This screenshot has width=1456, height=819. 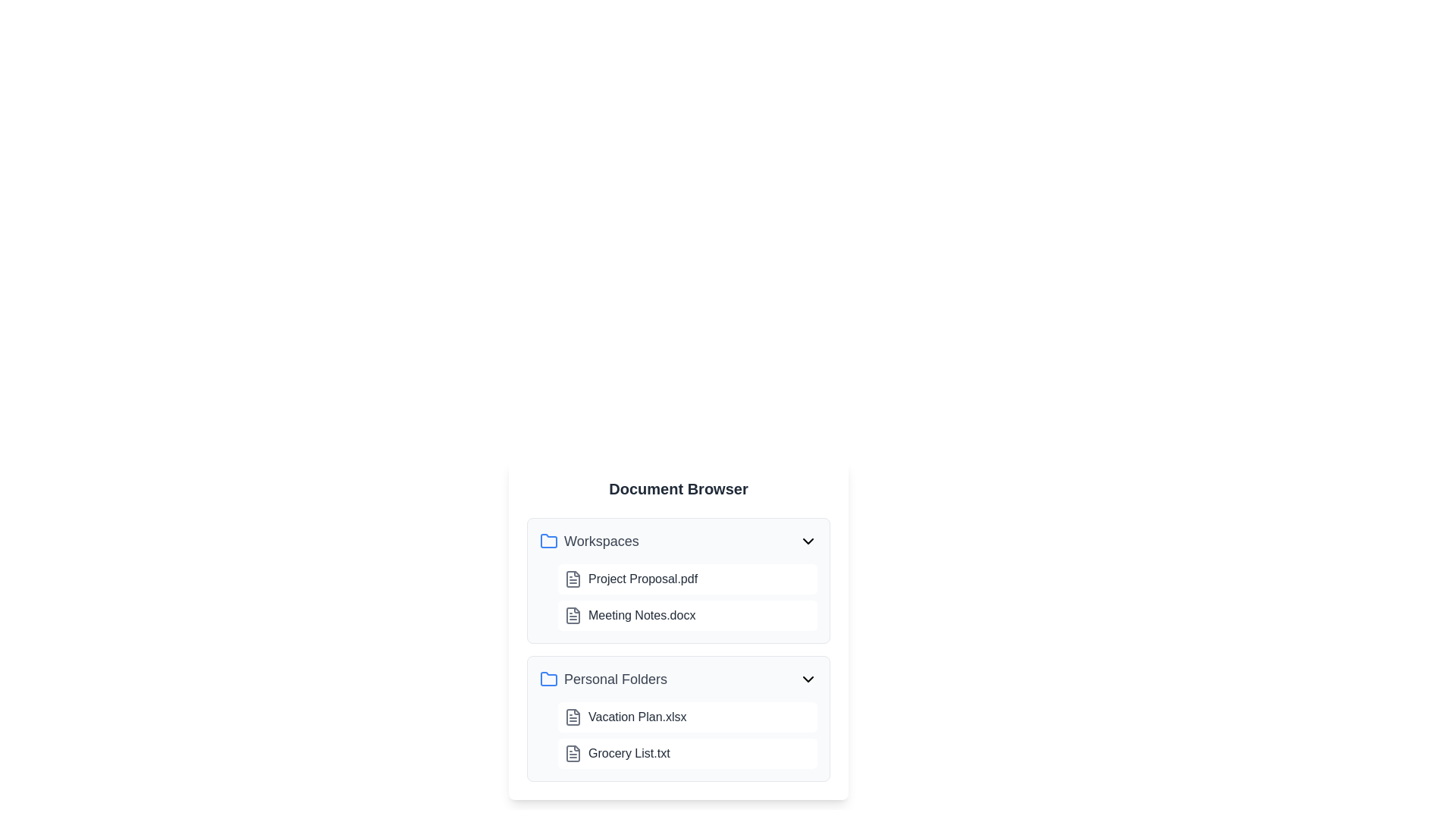 What do you see at coordinates (548, 678) in the screenshot?
I see `the 'Personal Folders' icon, which is located to the left of the text 'Personal Folders'` at bounding box center [548, 678].